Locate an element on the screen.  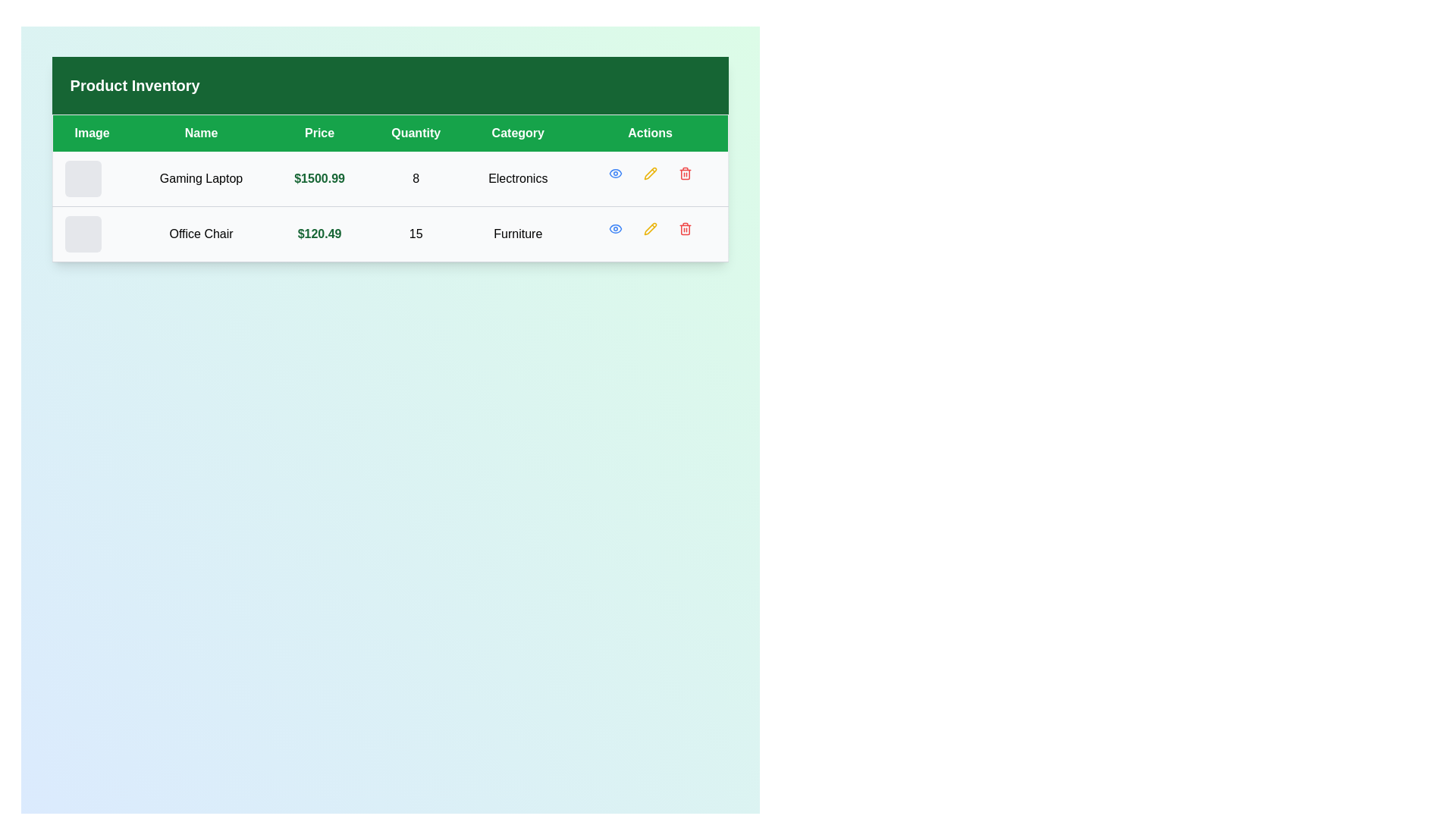
the Trash bin icon located at the far right within the 'Actions' column of the first row in the table is located at coordinates (684, 172).